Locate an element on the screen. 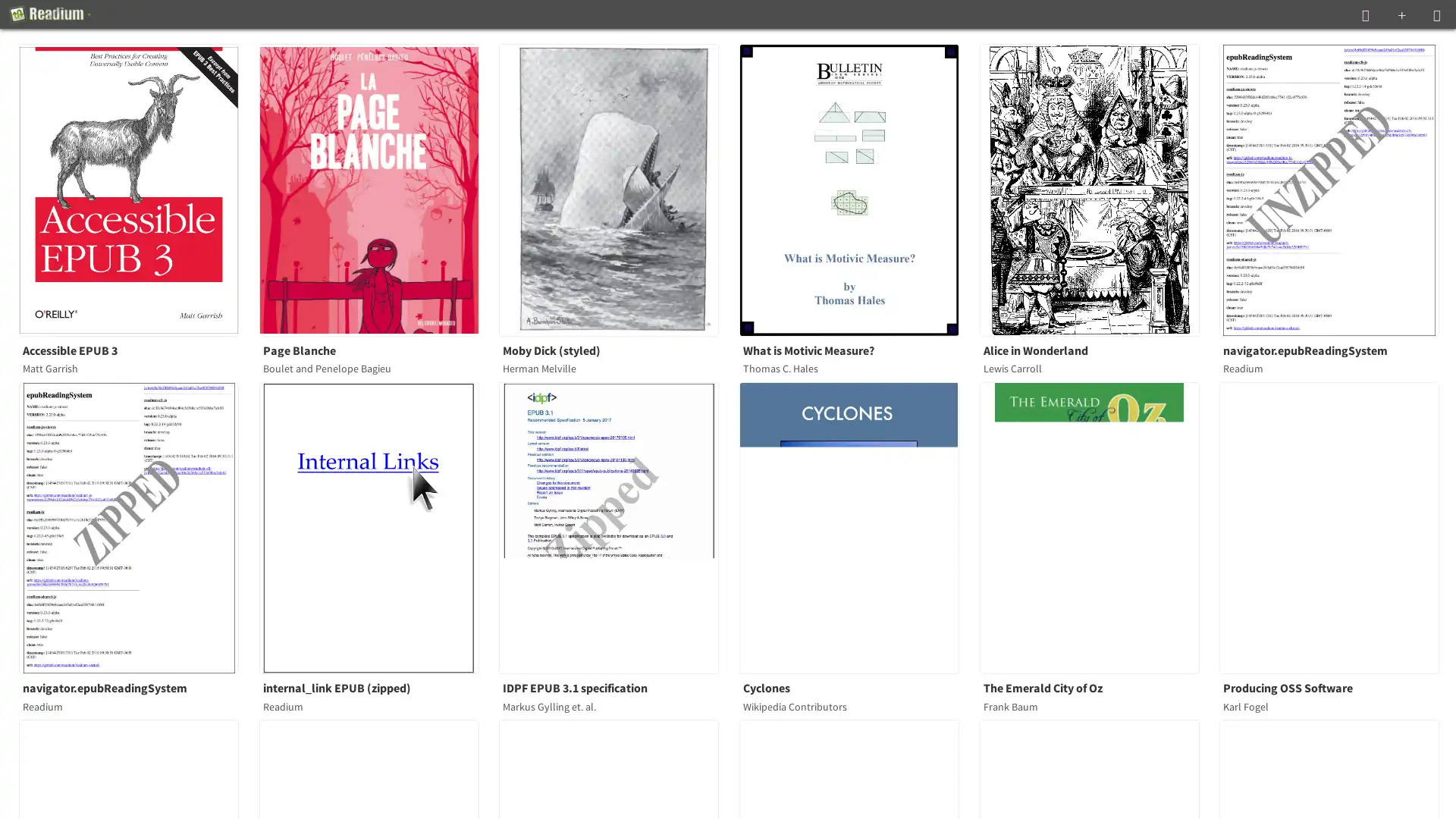  (3) Moby Dick (styled) is located at coordinates (618, 189).